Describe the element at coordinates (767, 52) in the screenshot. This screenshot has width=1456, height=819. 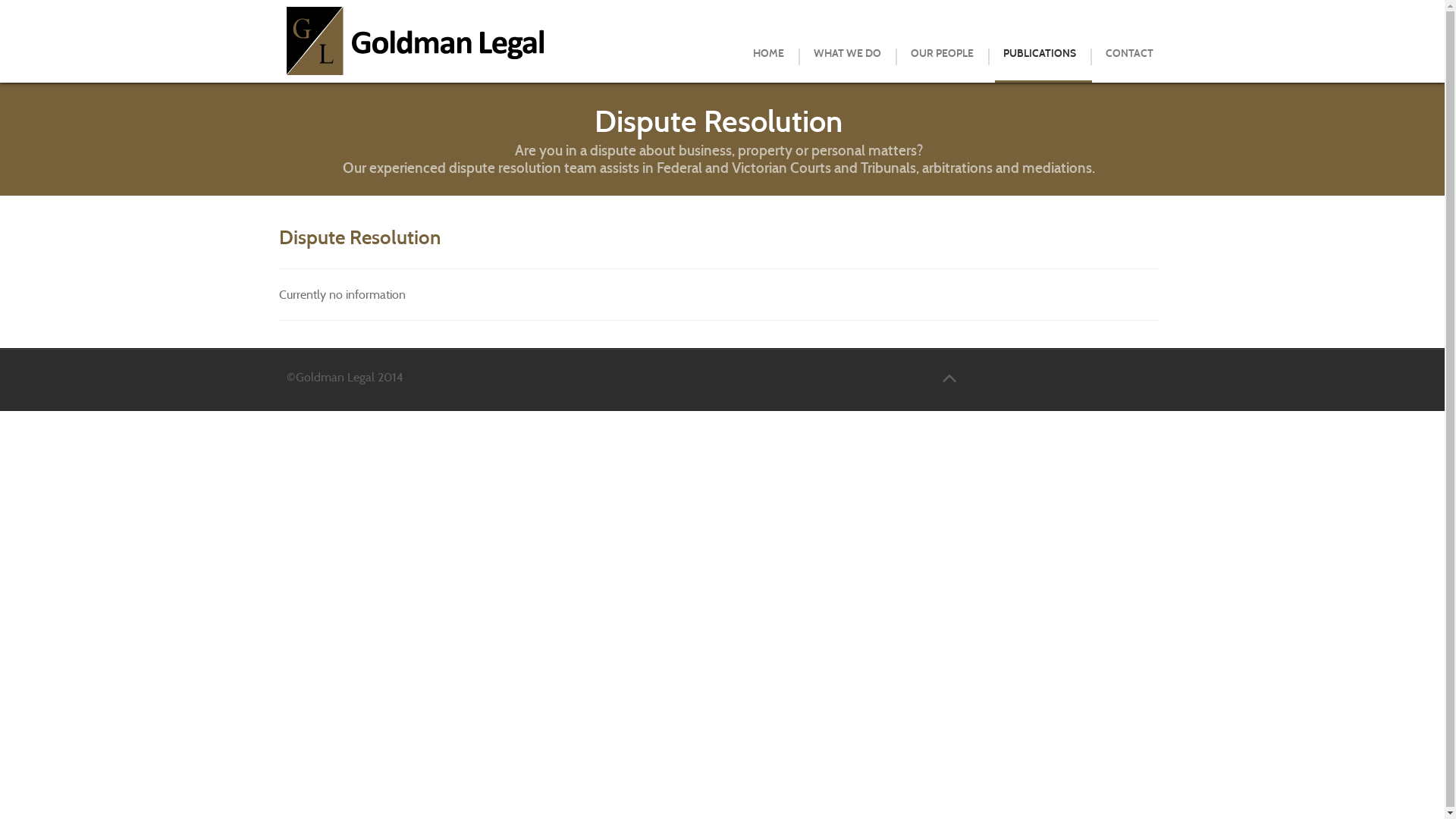
I see `'HOME'` at that location.